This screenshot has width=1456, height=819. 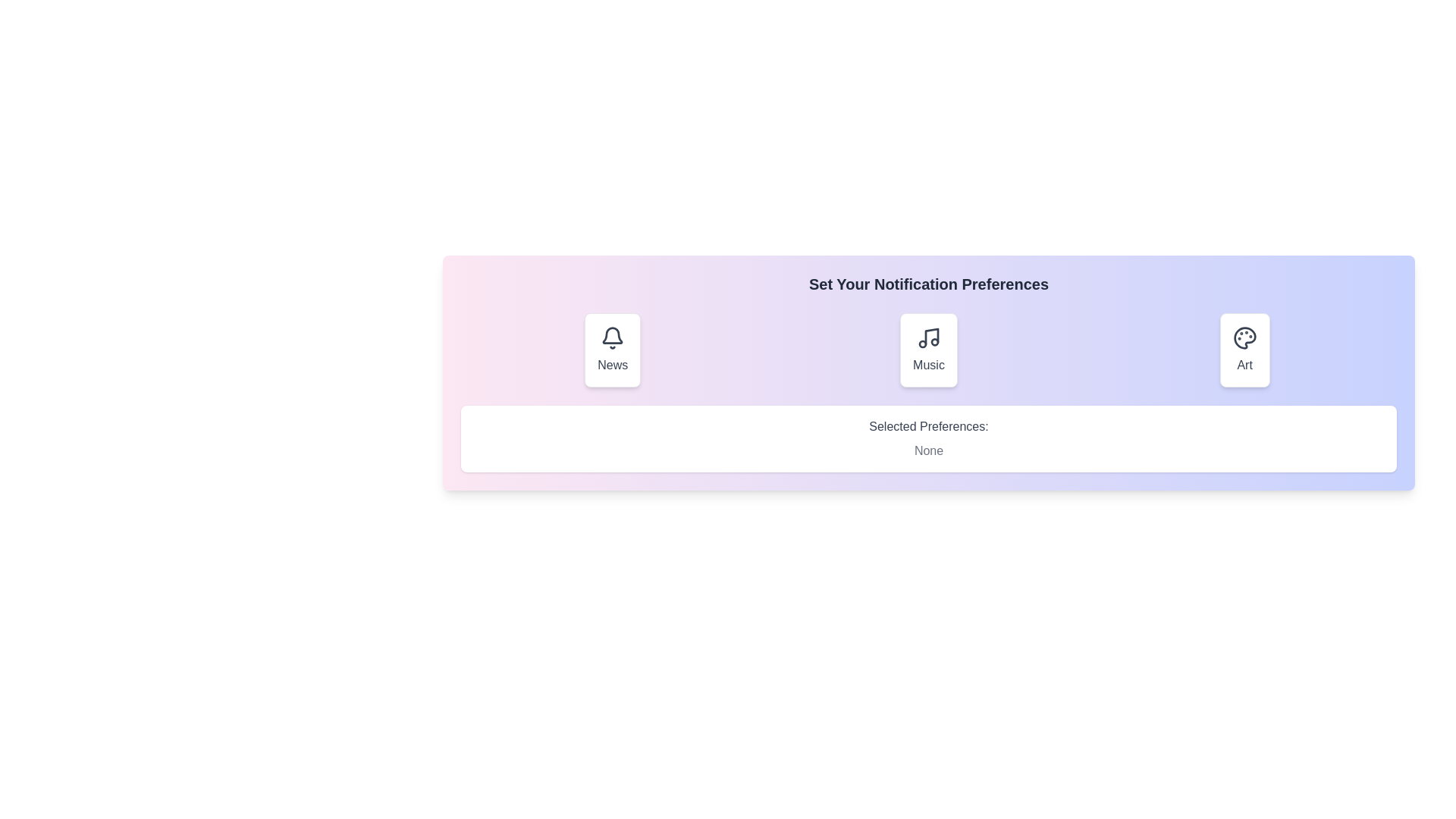 What do you see at coordinates (927, 337) in the screenshot?
I see `the musical note icon located in the 'Music' card section, which is centered among three preference cards and directly above the text 'Music'` at bounding box center [927, 337].